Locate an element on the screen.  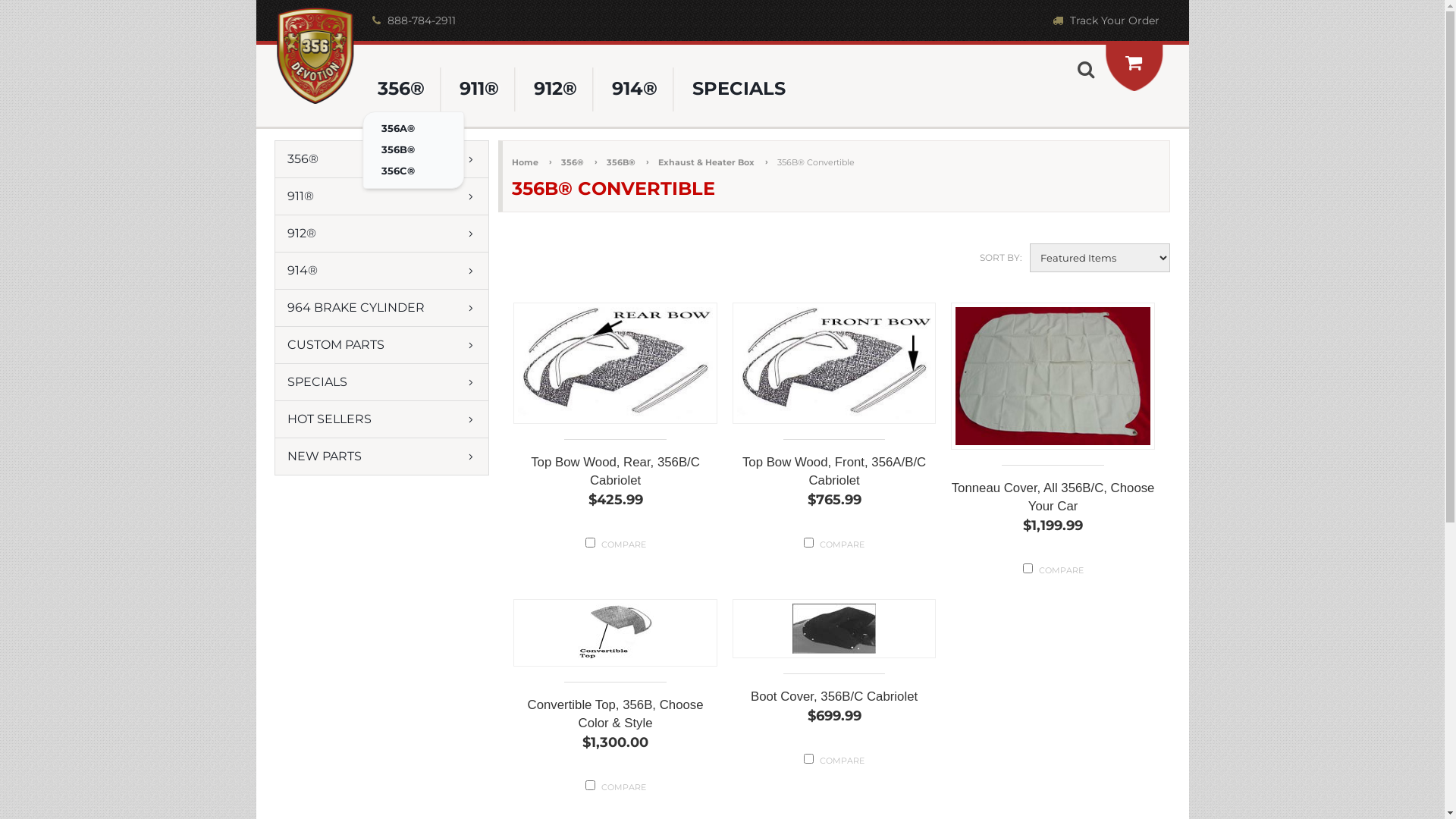
'NEW PARTS' is located at coordinates (381, 455).